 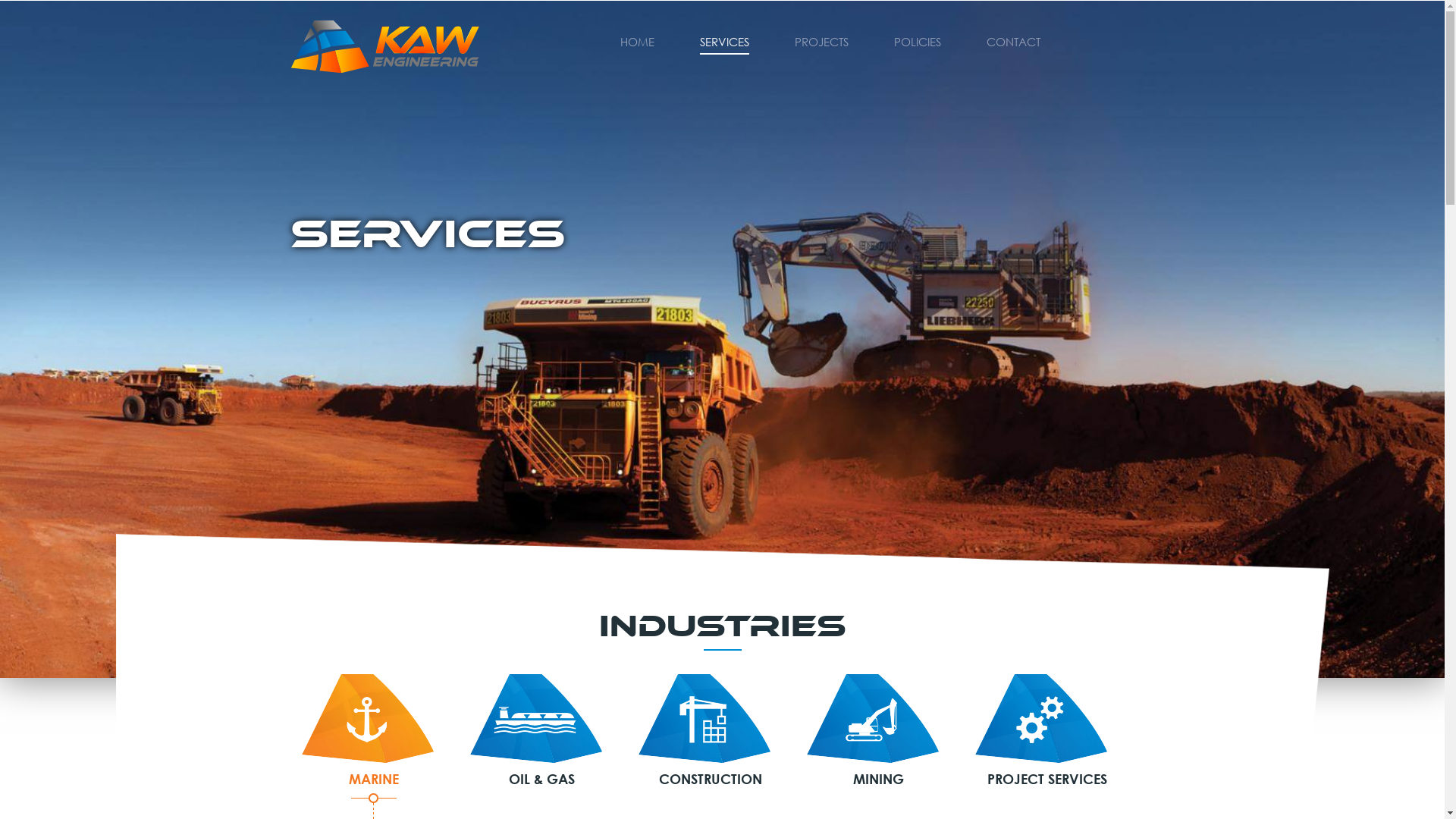 I want to click on 'POLICIES', so click(x=916, y=39).